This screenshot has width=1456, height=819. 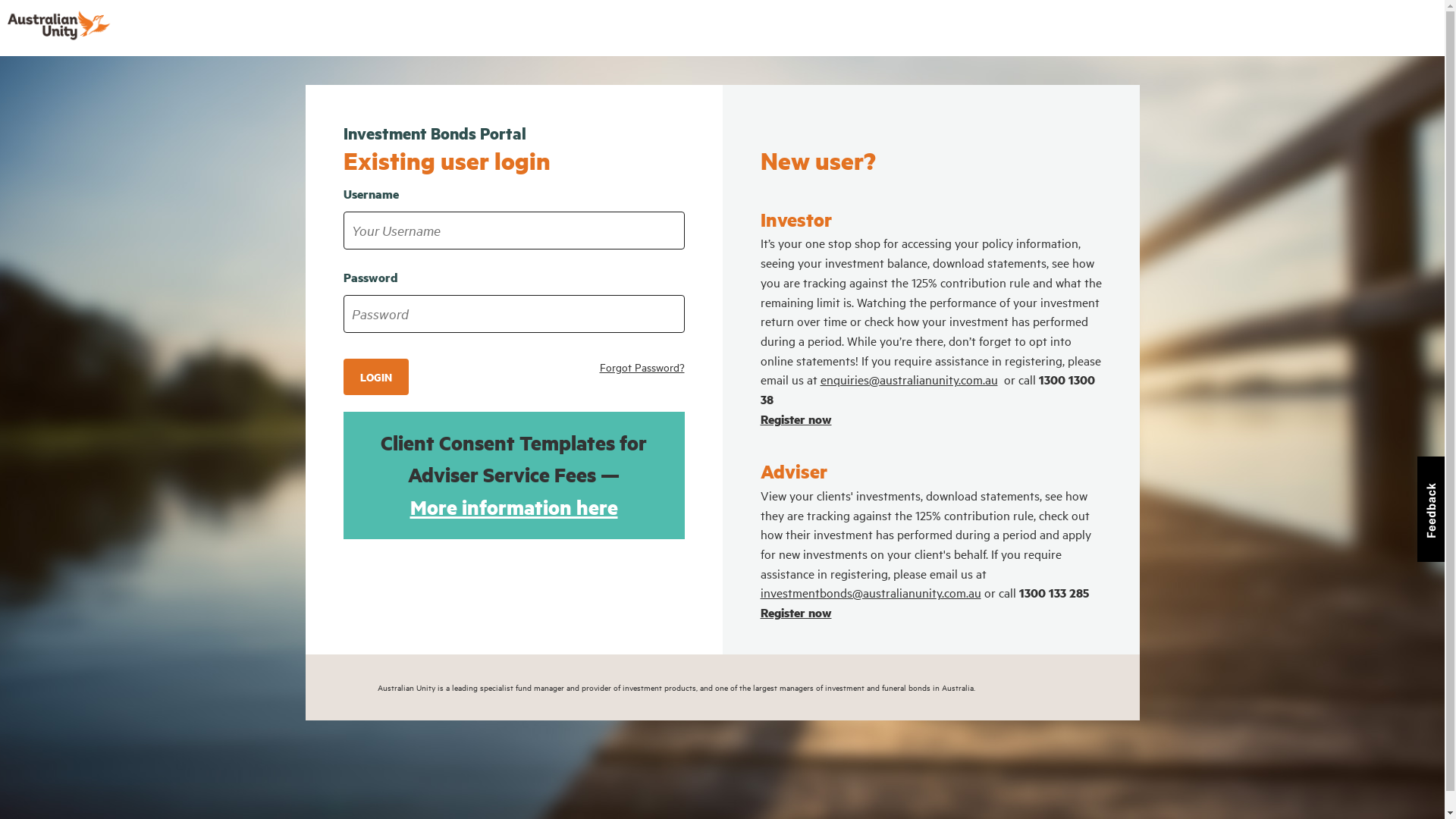 I want to click on 'investmentbonds@australianunity.com.au', so click(x=870, y=591).